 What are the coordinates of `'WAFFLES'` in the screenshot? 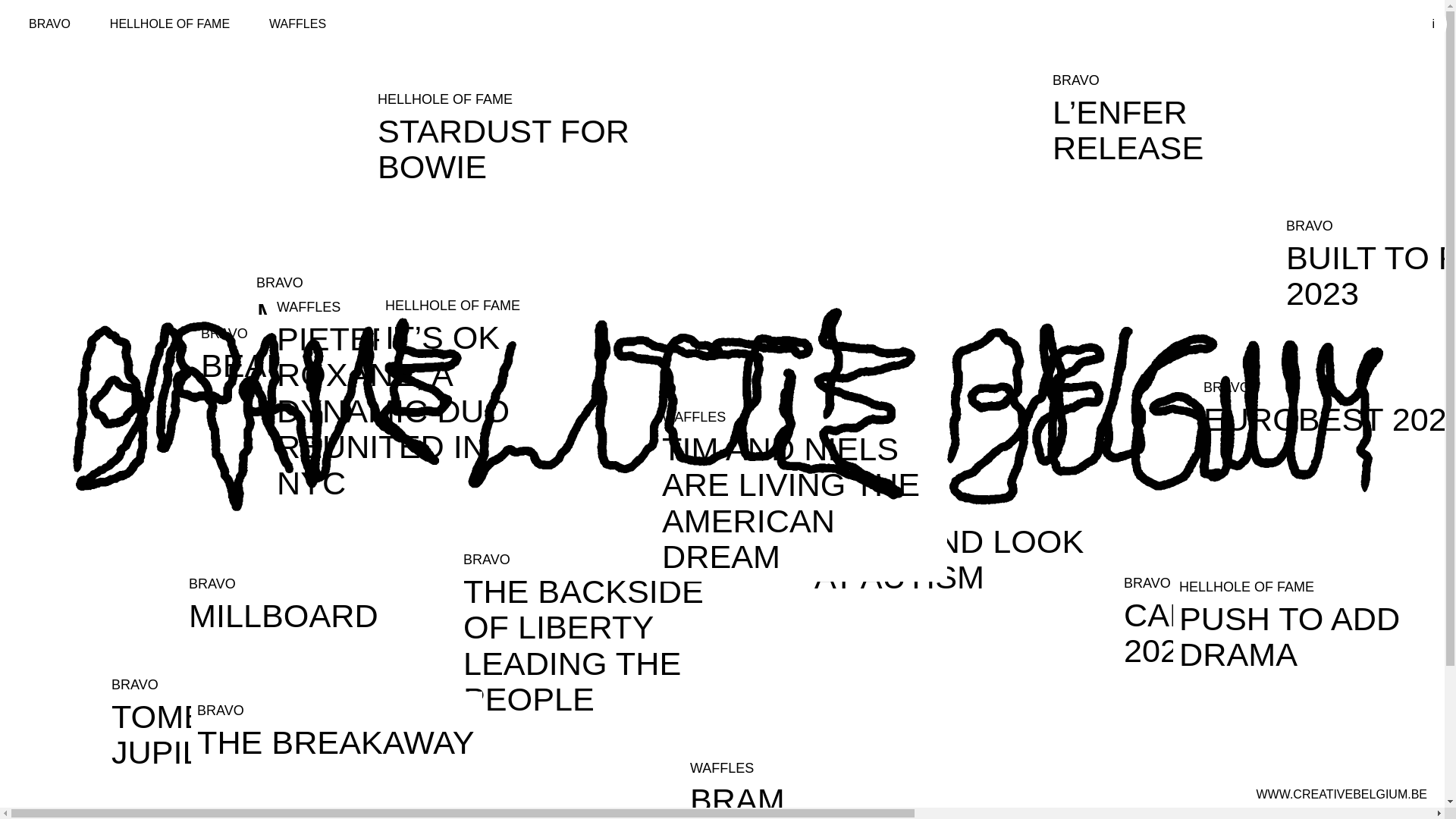 It's located at (252, 24).